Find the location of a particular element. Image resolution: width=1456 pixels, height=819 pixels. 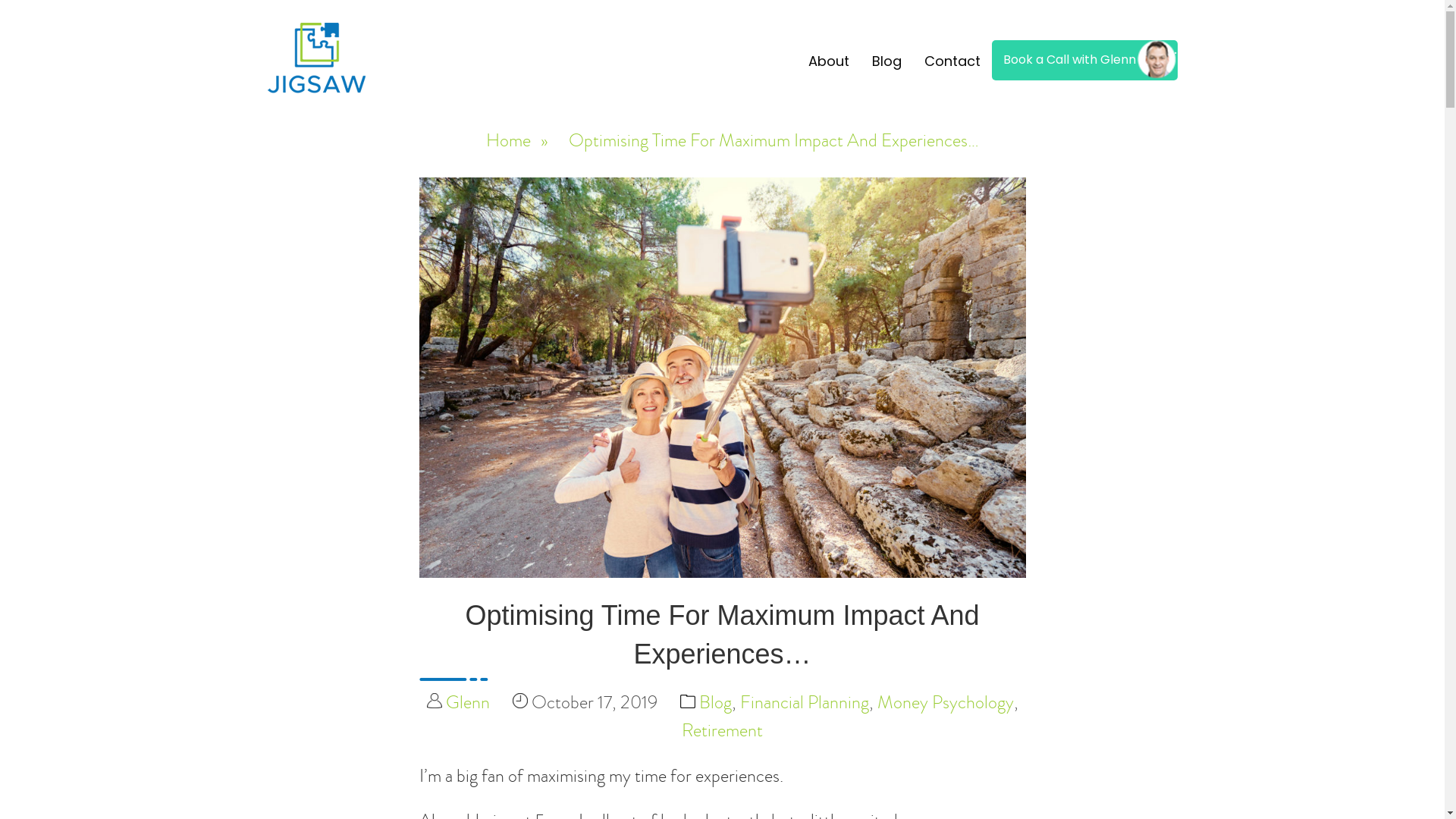

'About' is located at coordinates (827, 60).